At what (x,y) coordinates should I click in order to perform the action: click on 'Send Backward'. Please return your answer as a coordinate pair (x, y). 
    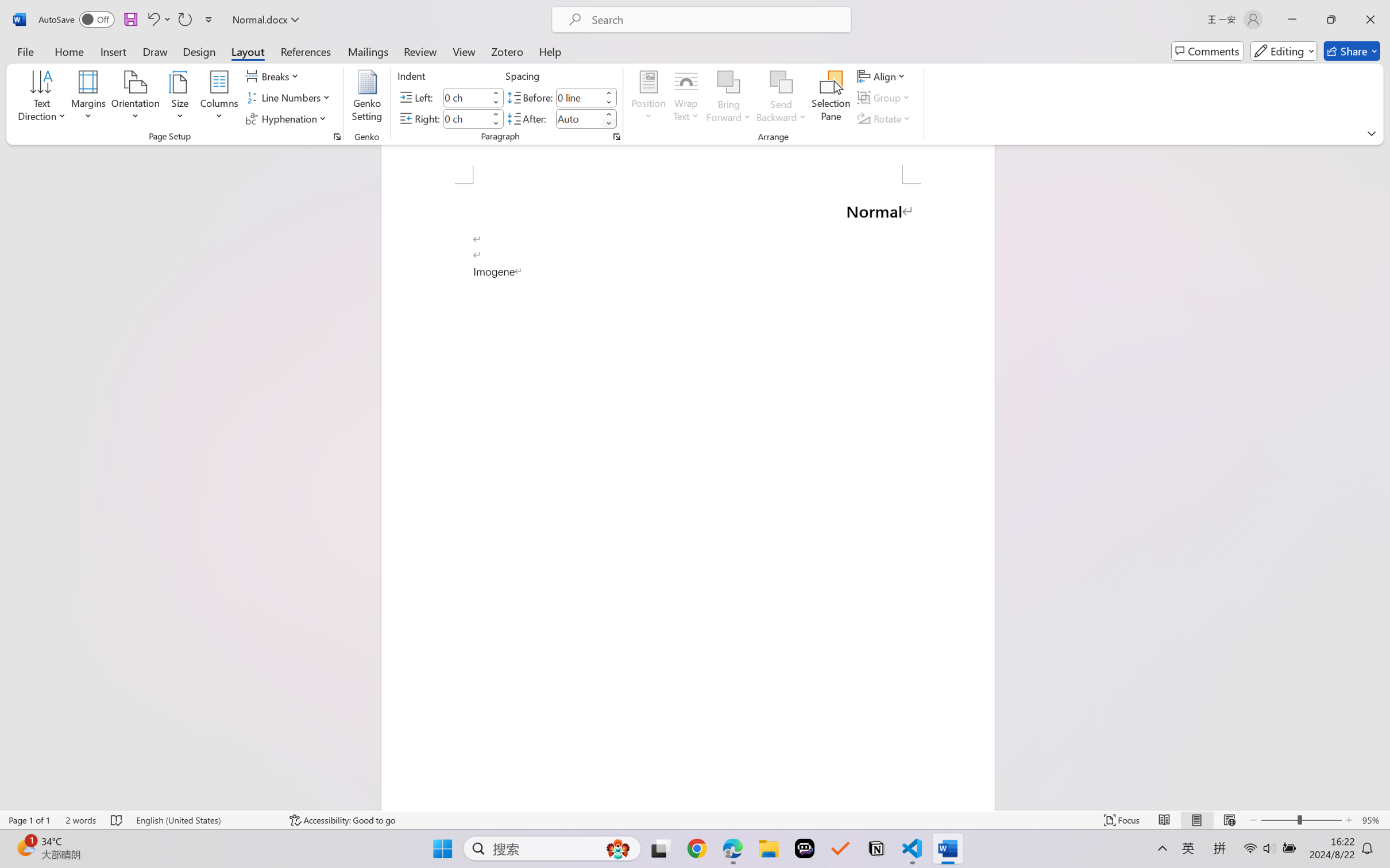
    Looking at the image, I should click on (781, 82).